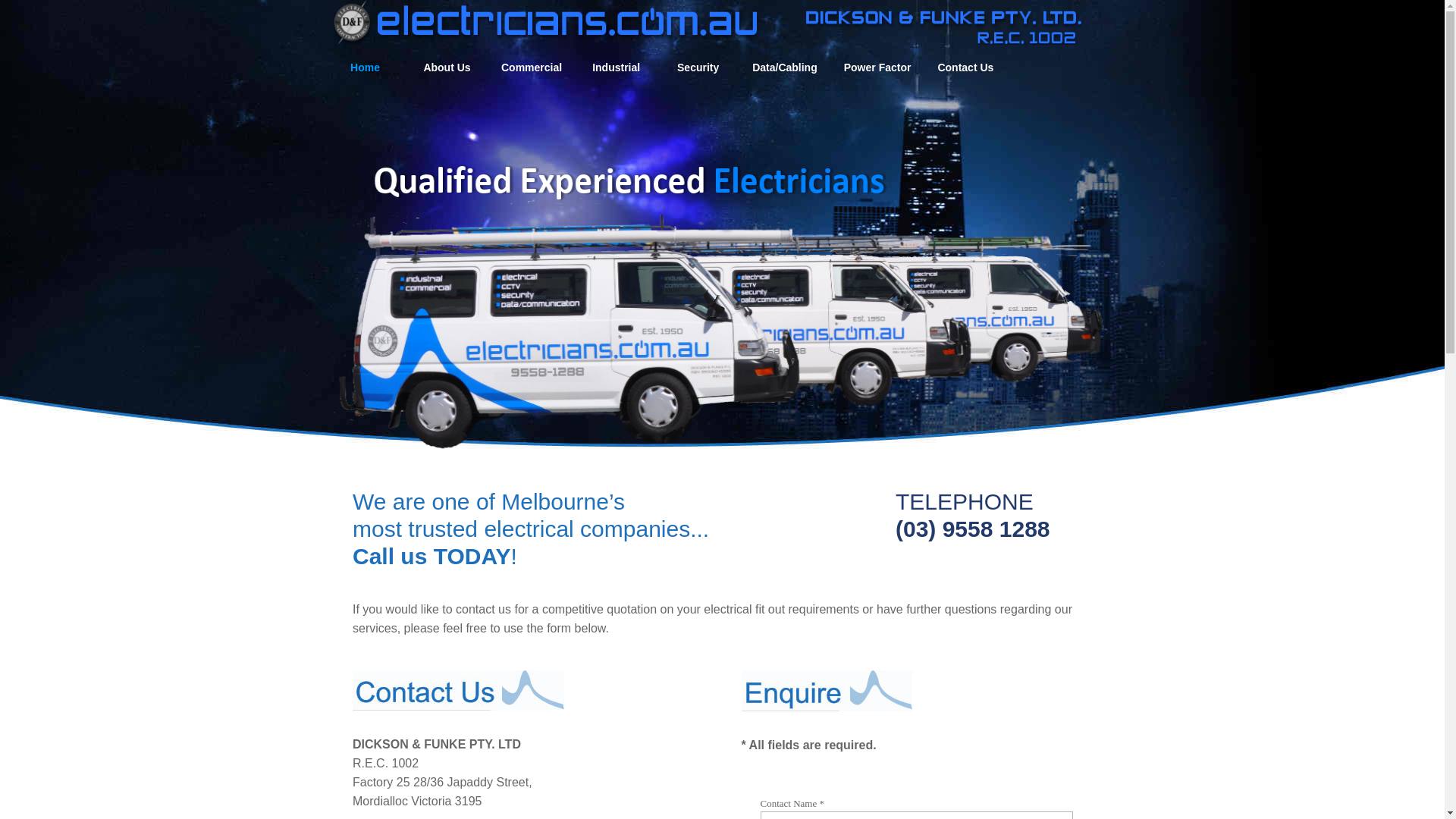  What do you see at coordinates (785, 67) in the screenshot?
I see `'Data/Cabling'` at bounding box center [785, 67].